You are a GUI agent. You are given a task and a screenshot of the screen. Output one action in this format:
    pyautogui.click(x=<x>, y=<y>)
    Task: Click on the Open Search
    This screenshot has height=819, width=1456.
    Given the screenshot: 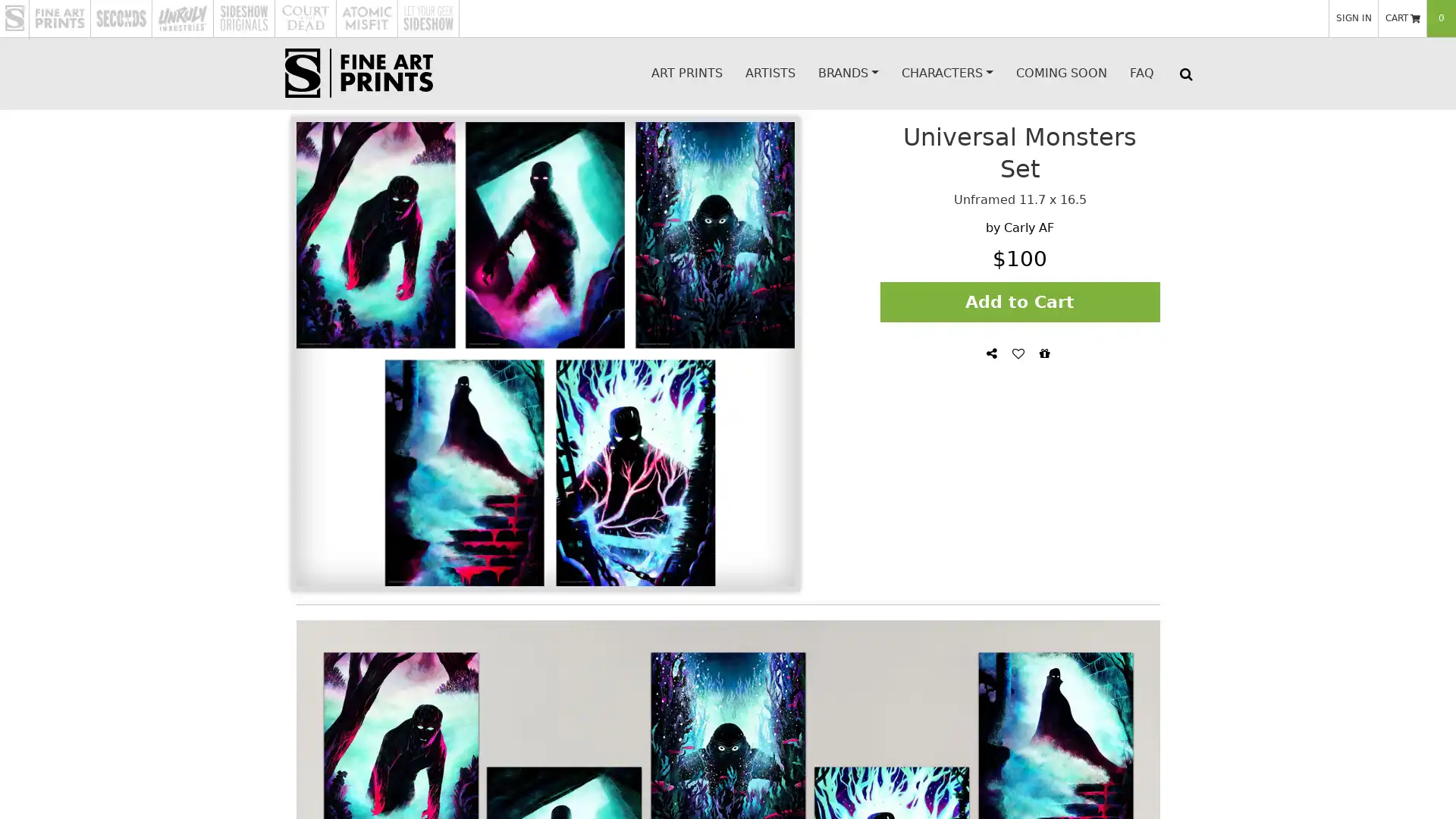 What is the action you would take?
    pyautogui.click(x=1185, y=74)
    